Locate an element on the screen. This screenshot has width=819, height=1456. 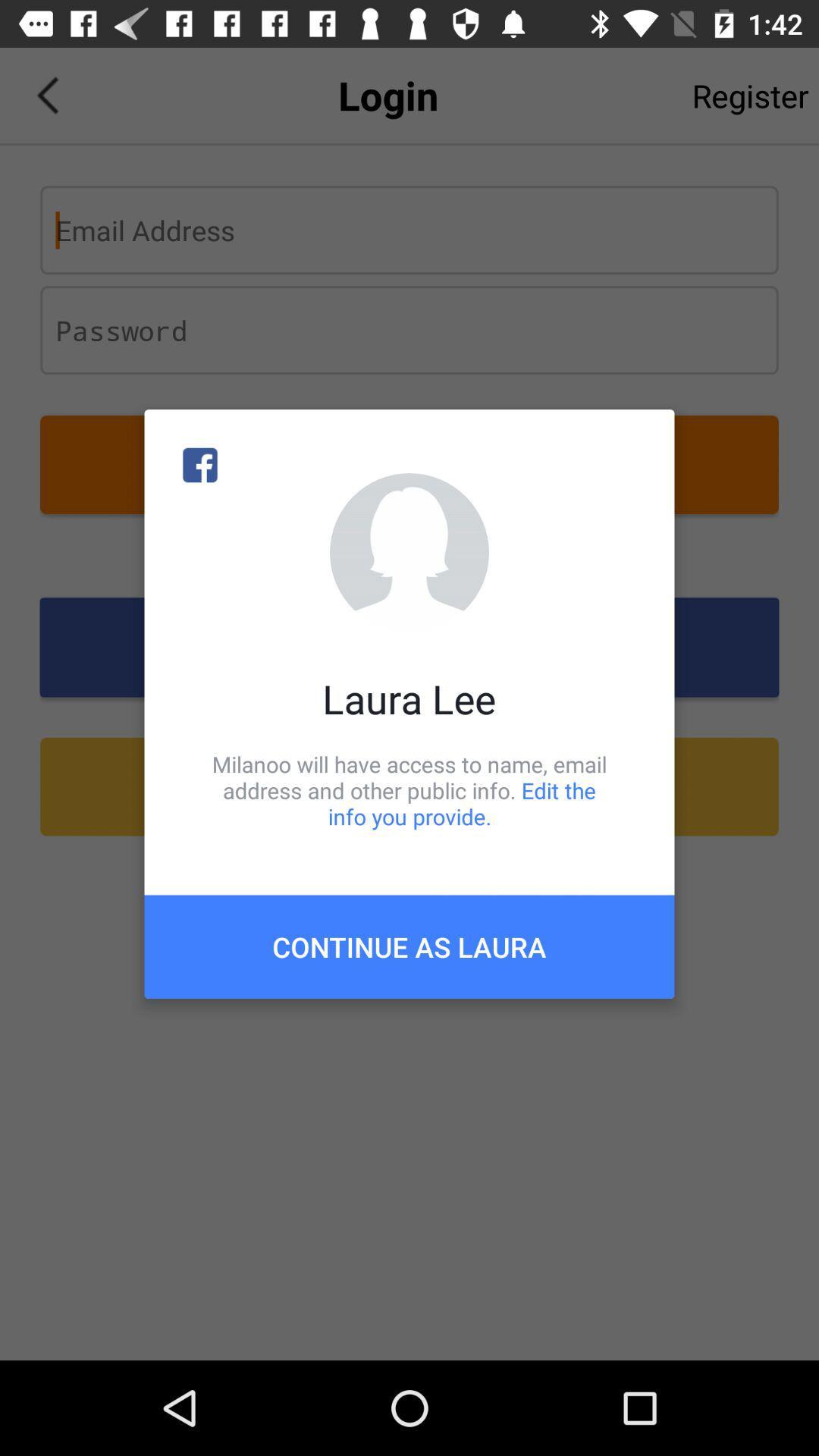
item below the milanoo will have is located at coordinates (409, 946).